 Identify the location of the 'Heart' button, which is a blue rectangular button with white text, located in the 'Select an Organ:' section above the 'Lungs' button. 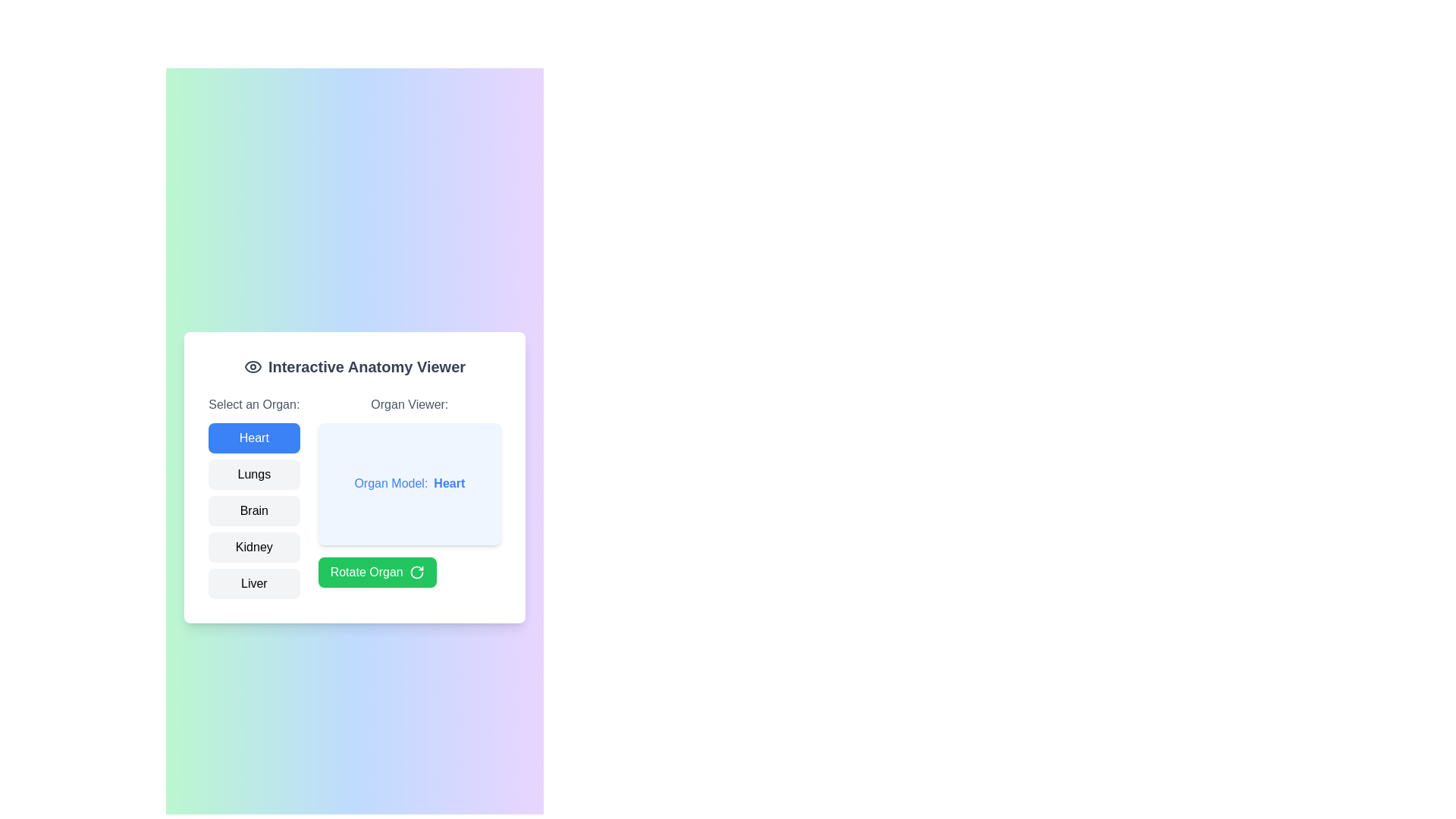
(254, 438).